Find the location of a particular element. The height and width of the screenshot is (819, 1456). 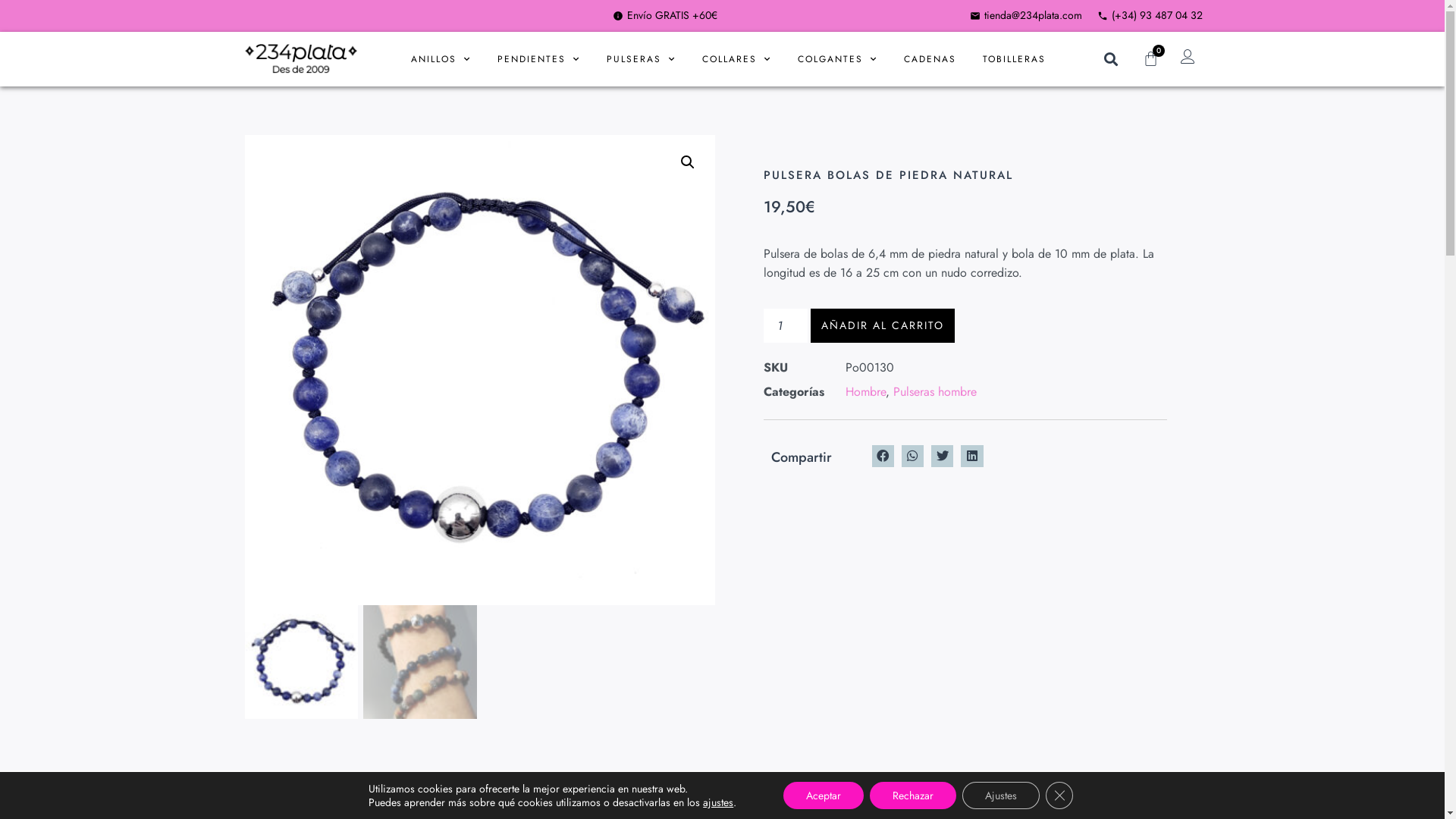

'0' is located at coordinates (1150, 58).